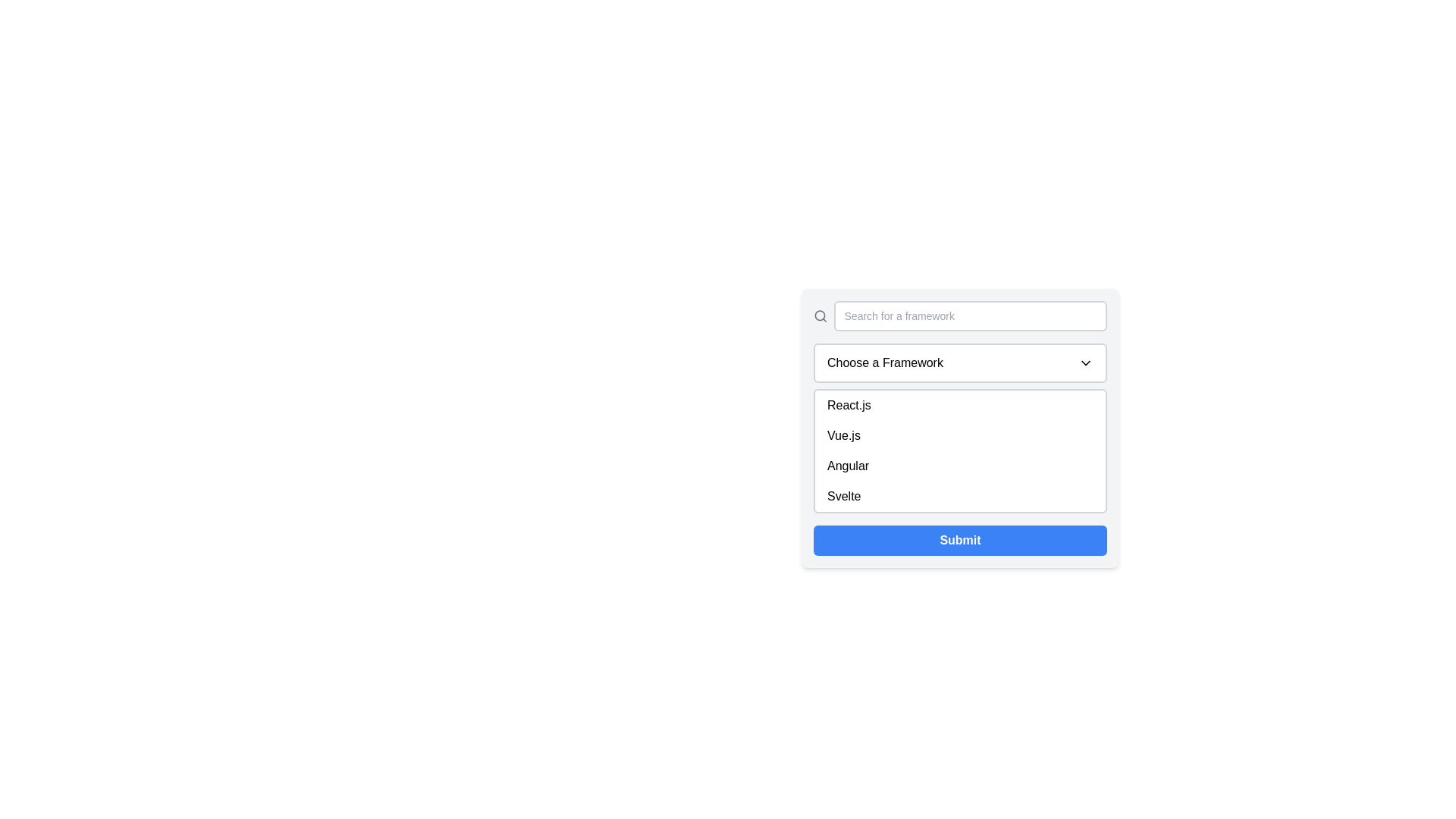 Image resolution: width=1456 pixels, height=819 pixels. Describe the element at coordinates (847, 465) in the screenshot. I see `the text label displaying 'Angular' in black text within the dropdown menu located under the 'Choose a Framework' selection box` at that location.